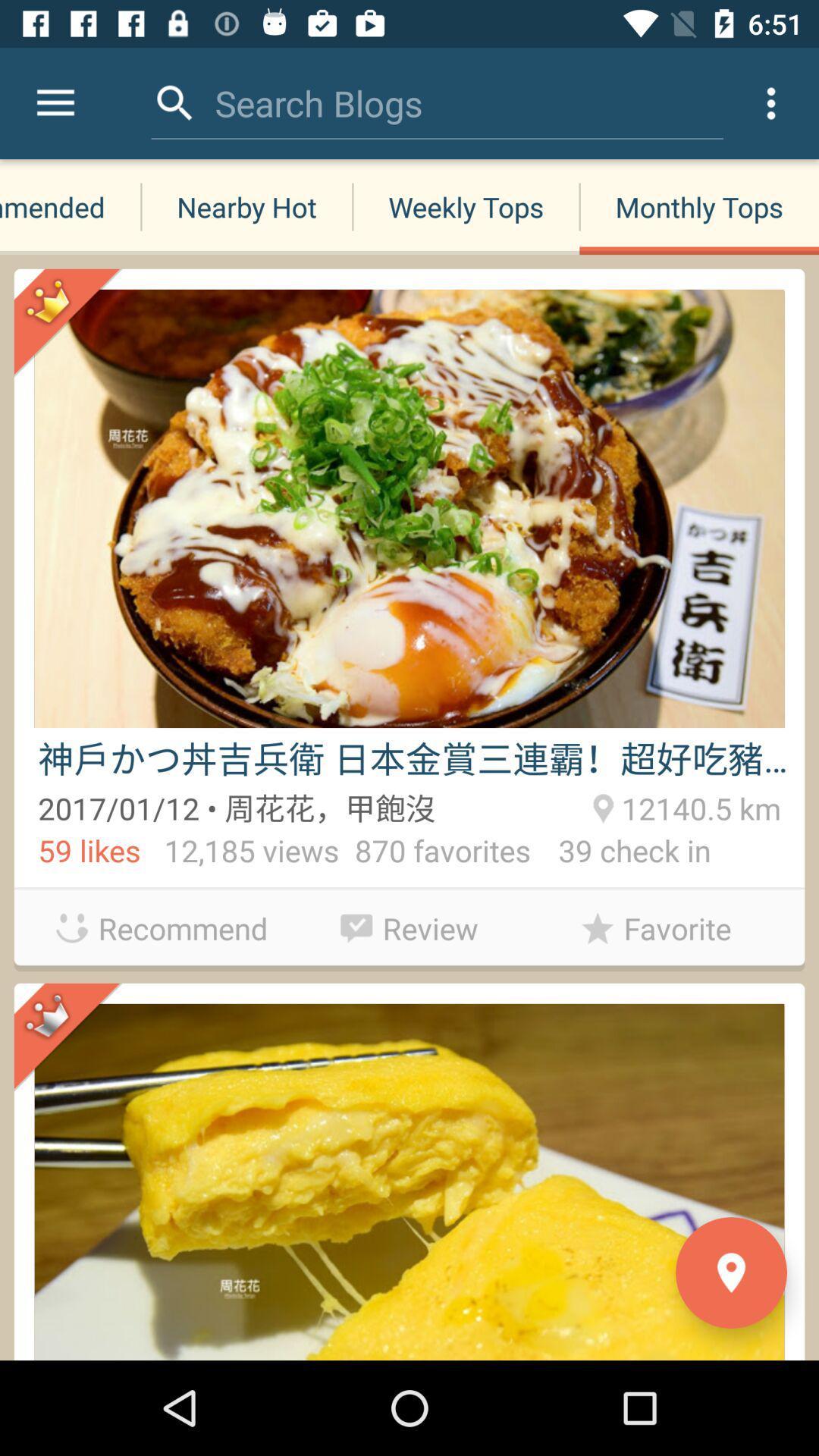 The height and width of the screenshot is (1456, 819). Describe the element at coordinates (246, 206) in the screenshot. I see `item below search blogs item` at that location.